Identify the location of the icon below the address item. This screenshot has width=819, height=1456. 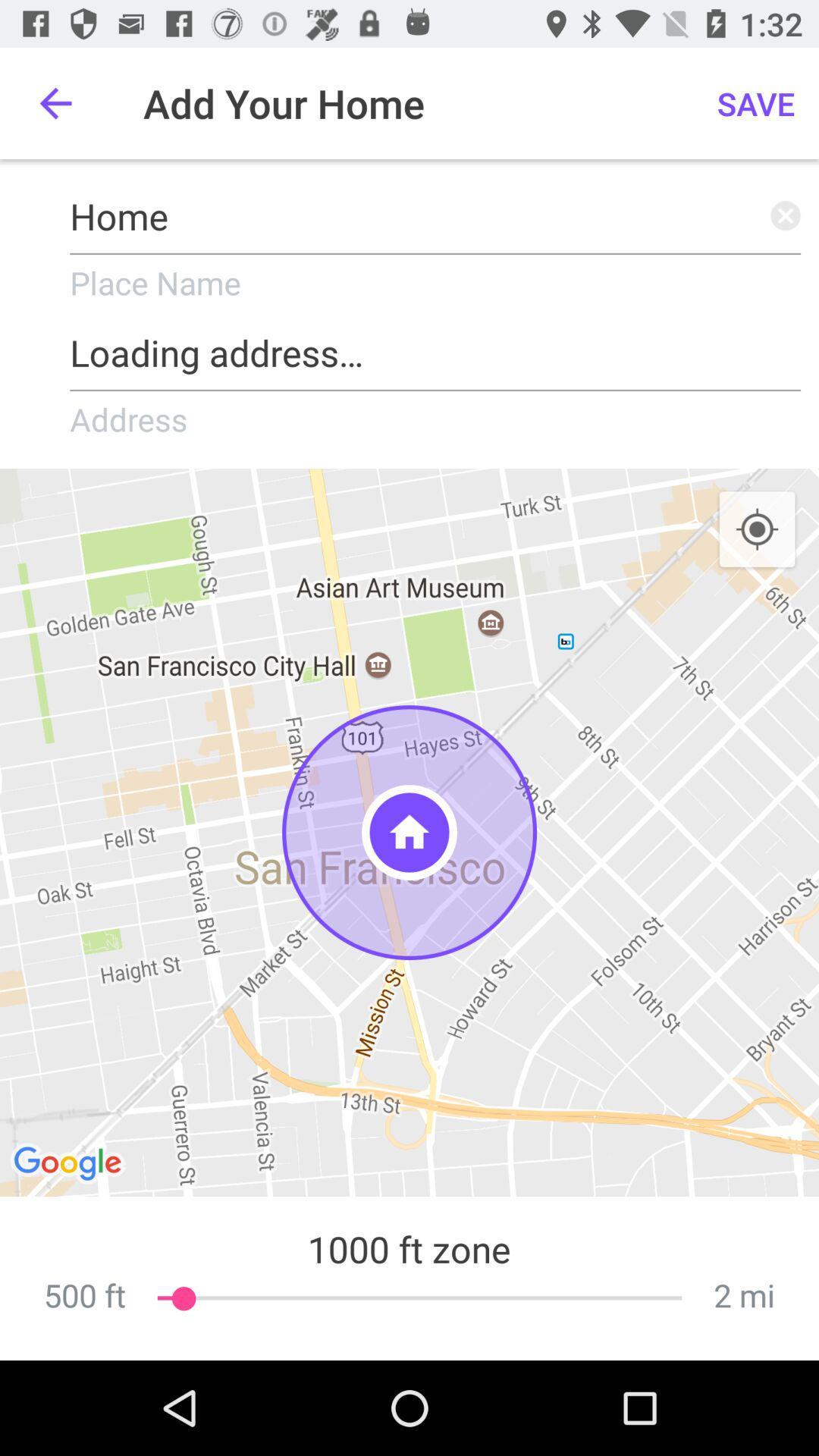
(409, 832).